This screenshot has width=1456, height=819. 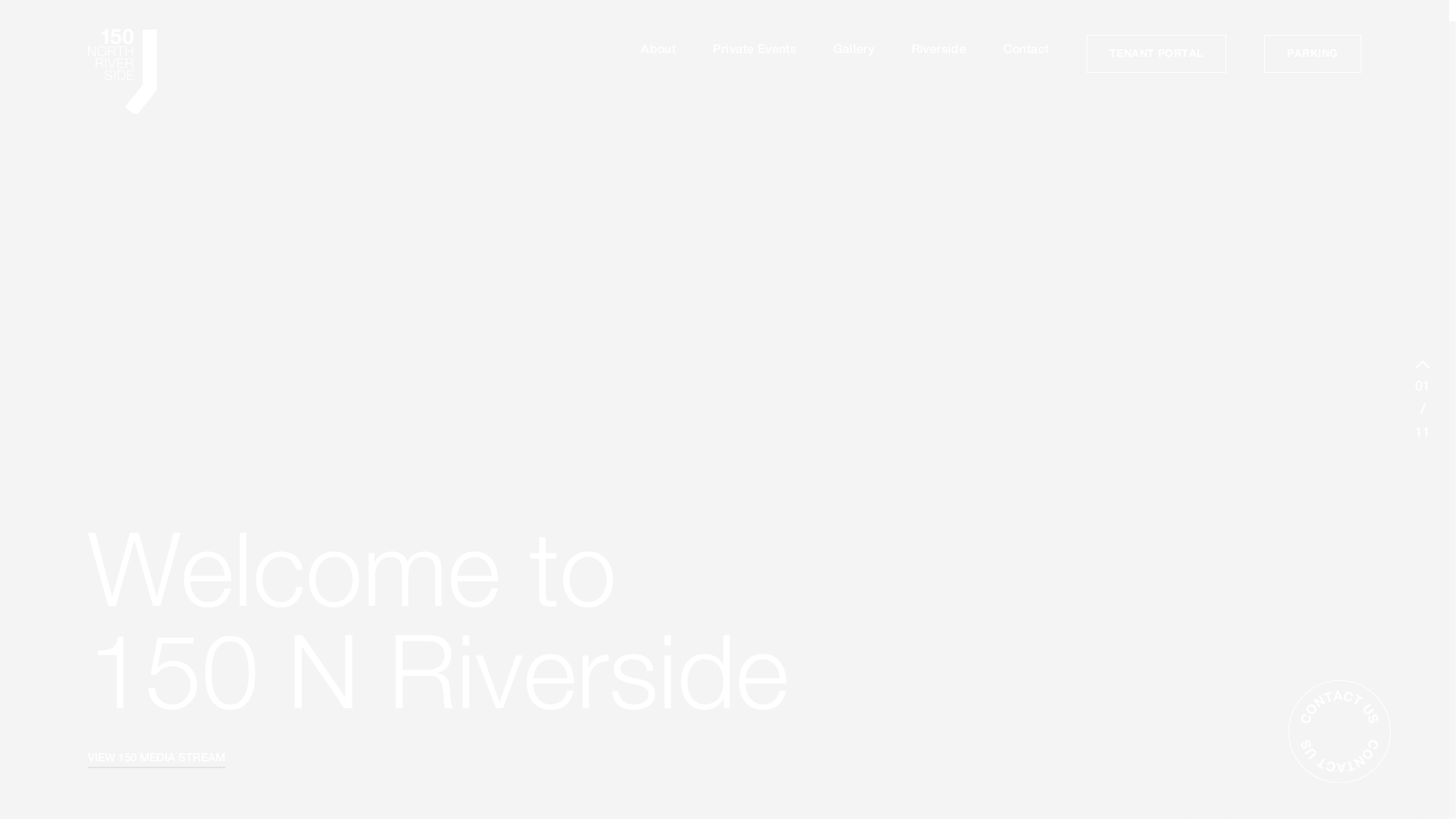 What do you see at coordinates (658, 49) in the screenshot?
I see `'About'` at bounding box center [658, 49].